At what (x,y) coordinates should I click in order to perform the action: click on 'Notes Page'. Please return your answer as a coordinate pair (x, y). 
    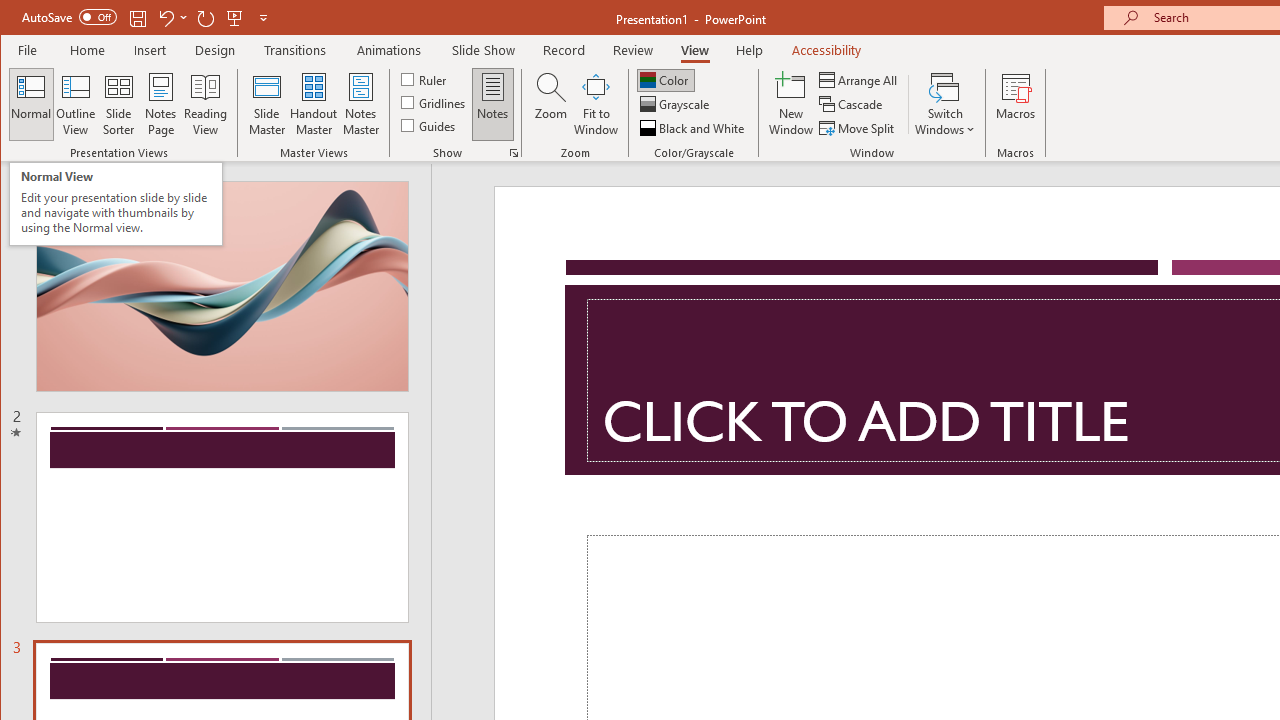
    Looking at the image, I should click on (160, 104).